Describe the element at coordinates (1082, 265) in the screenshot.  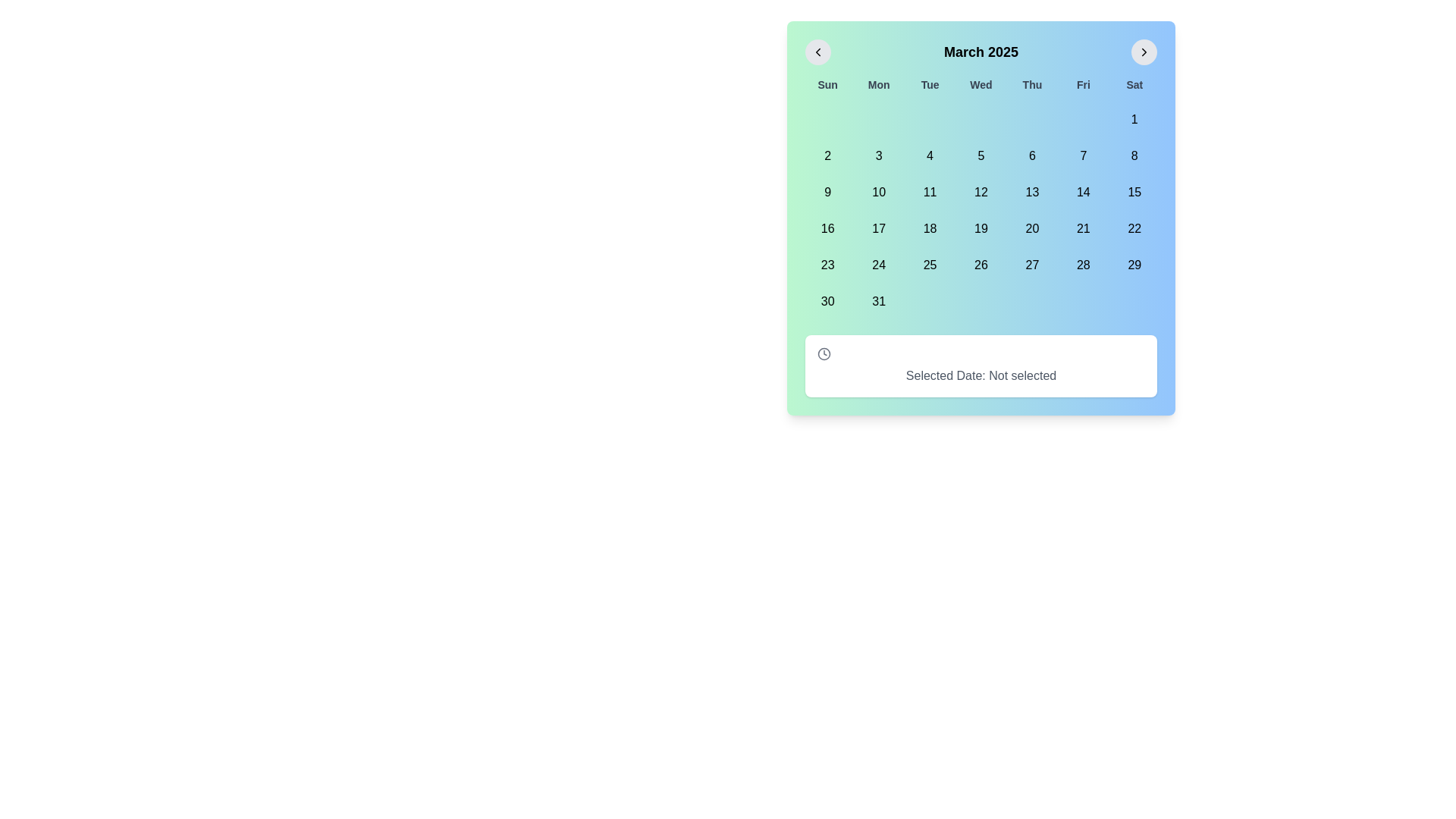
I see `the clickable calendar date button labeled '28'` at that location.